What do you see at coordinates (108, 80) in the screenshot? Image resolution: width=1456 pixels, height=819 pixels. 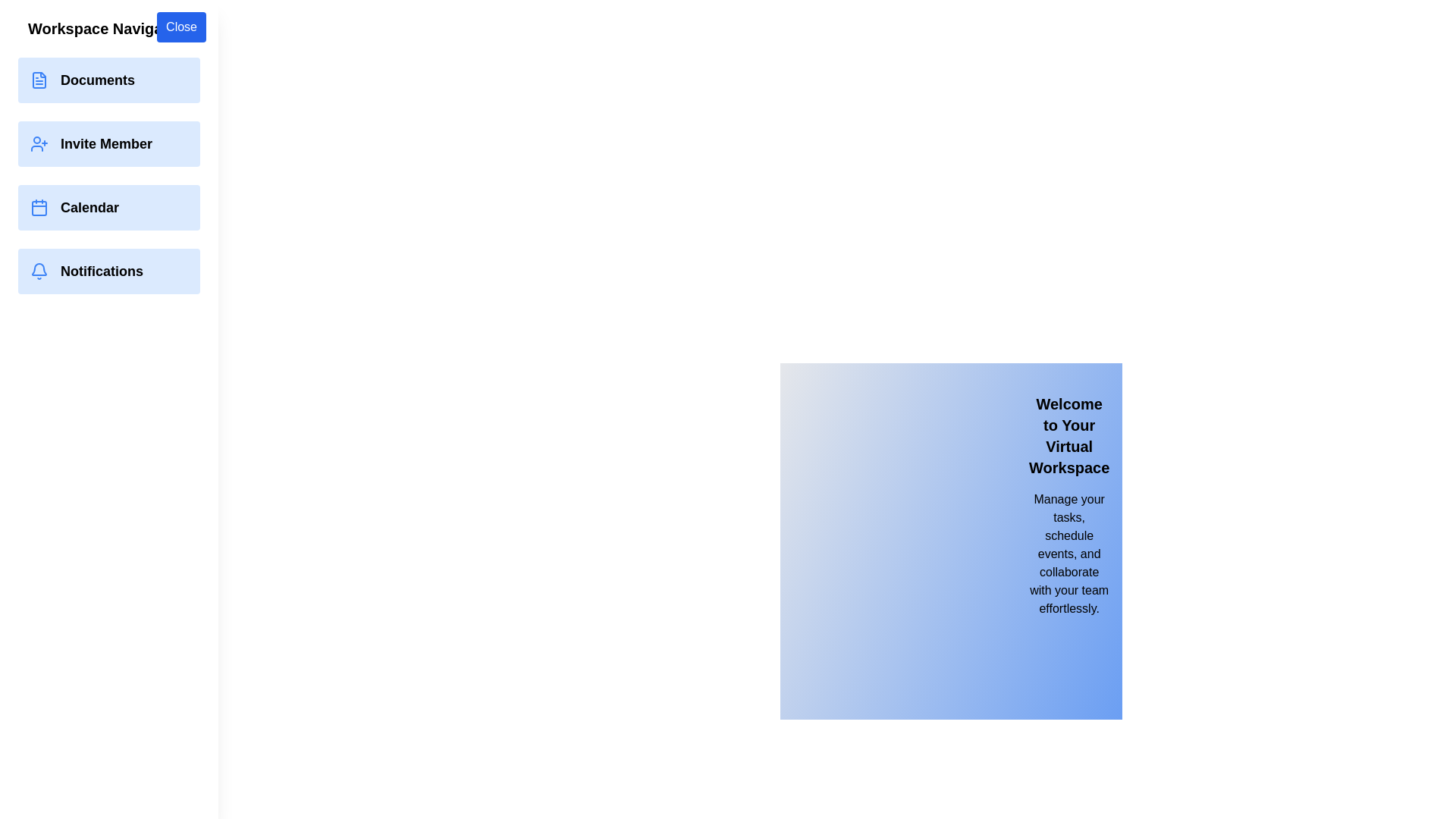 I see `the menu item Documents to observe its hover effect` at bounding box center [108, 80].